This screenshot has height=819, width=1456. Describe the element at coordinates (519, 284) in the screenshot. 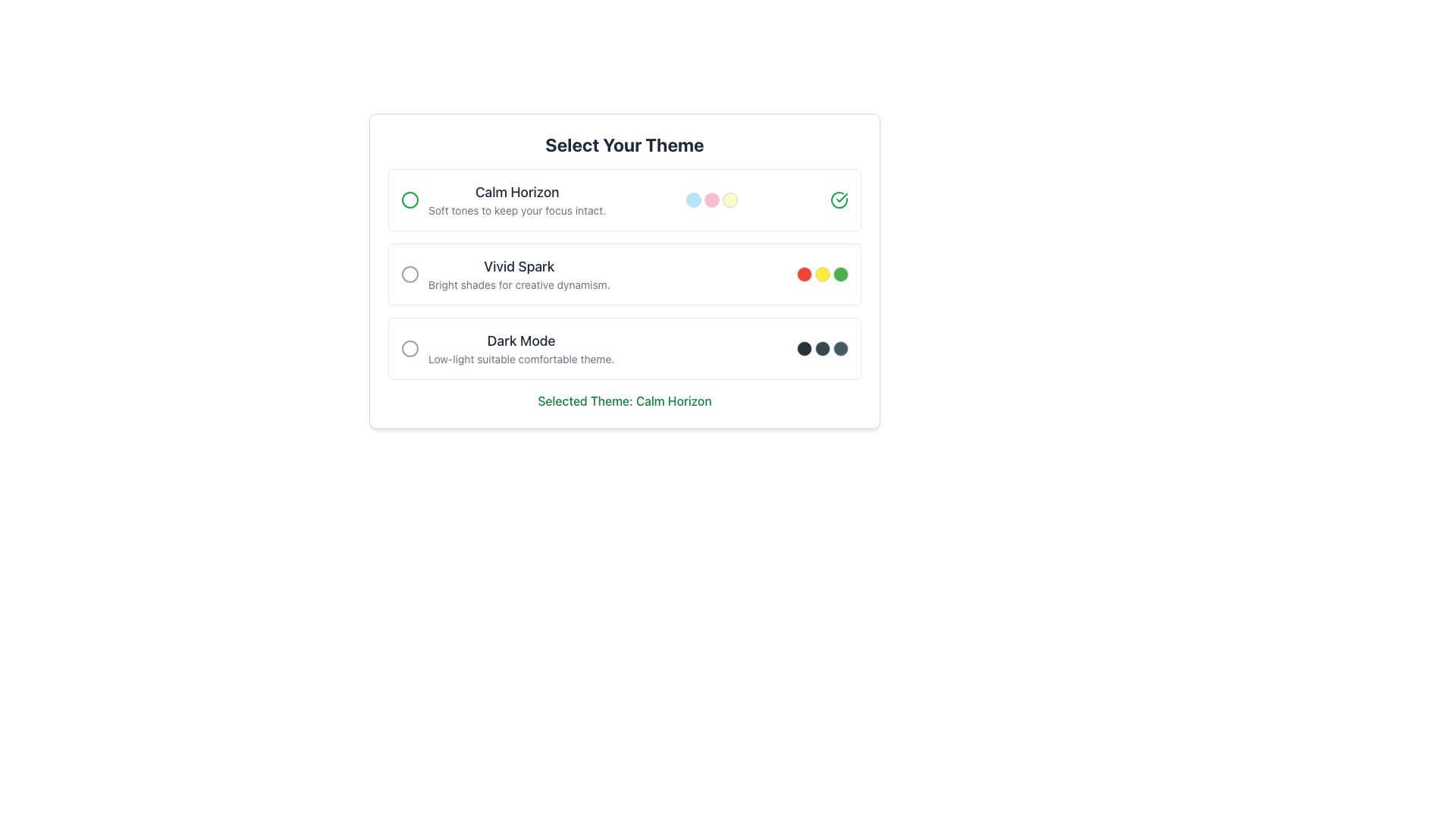

I see `the text label that reads 'Bright shades for creative dynamism.' which is styled in small, gray, sans-serif font and located below the title 'Vivid Spark' in the theme selection panel` at that location.